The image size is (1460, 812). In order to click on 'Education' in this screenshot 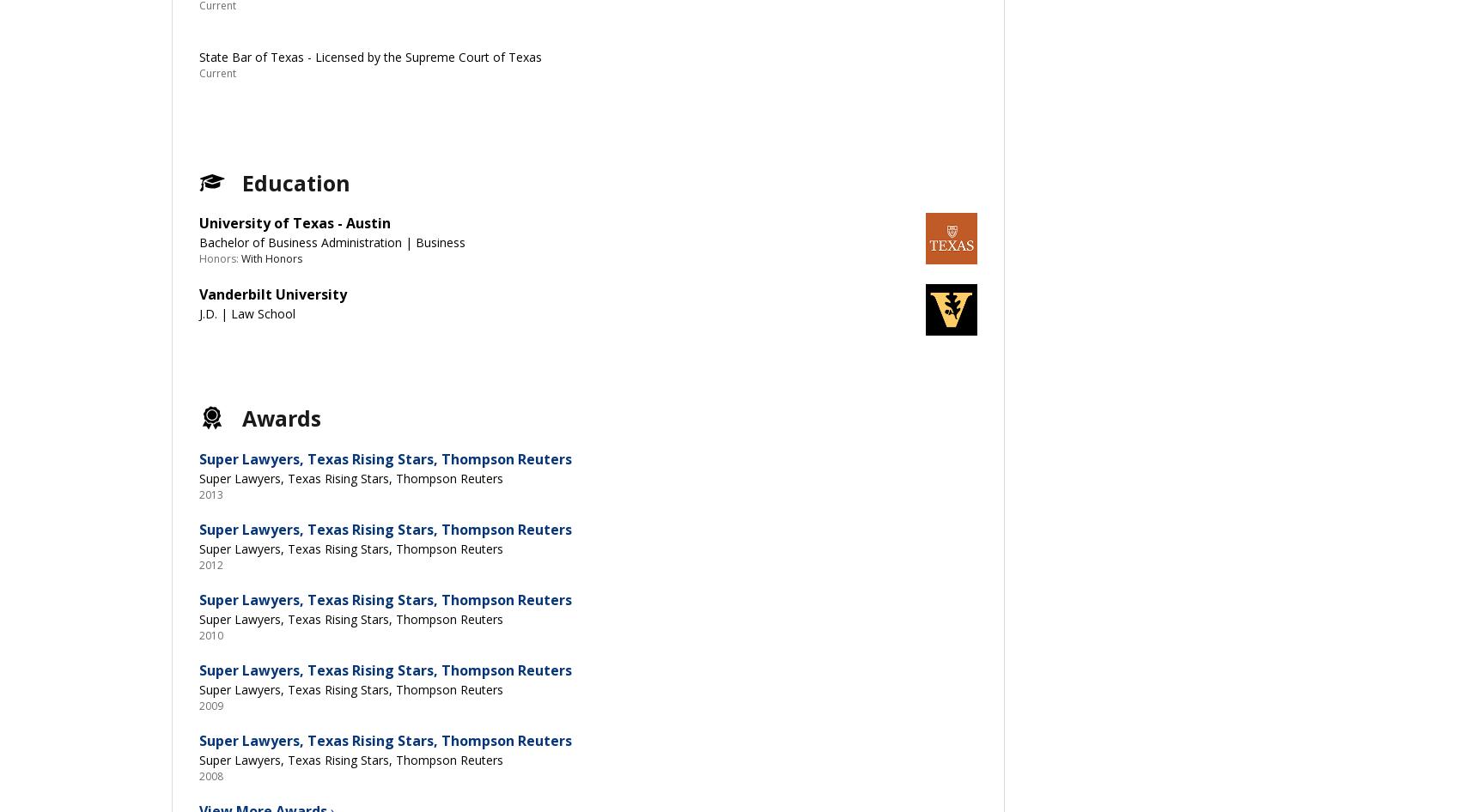, I will do `click(295, 181)`.